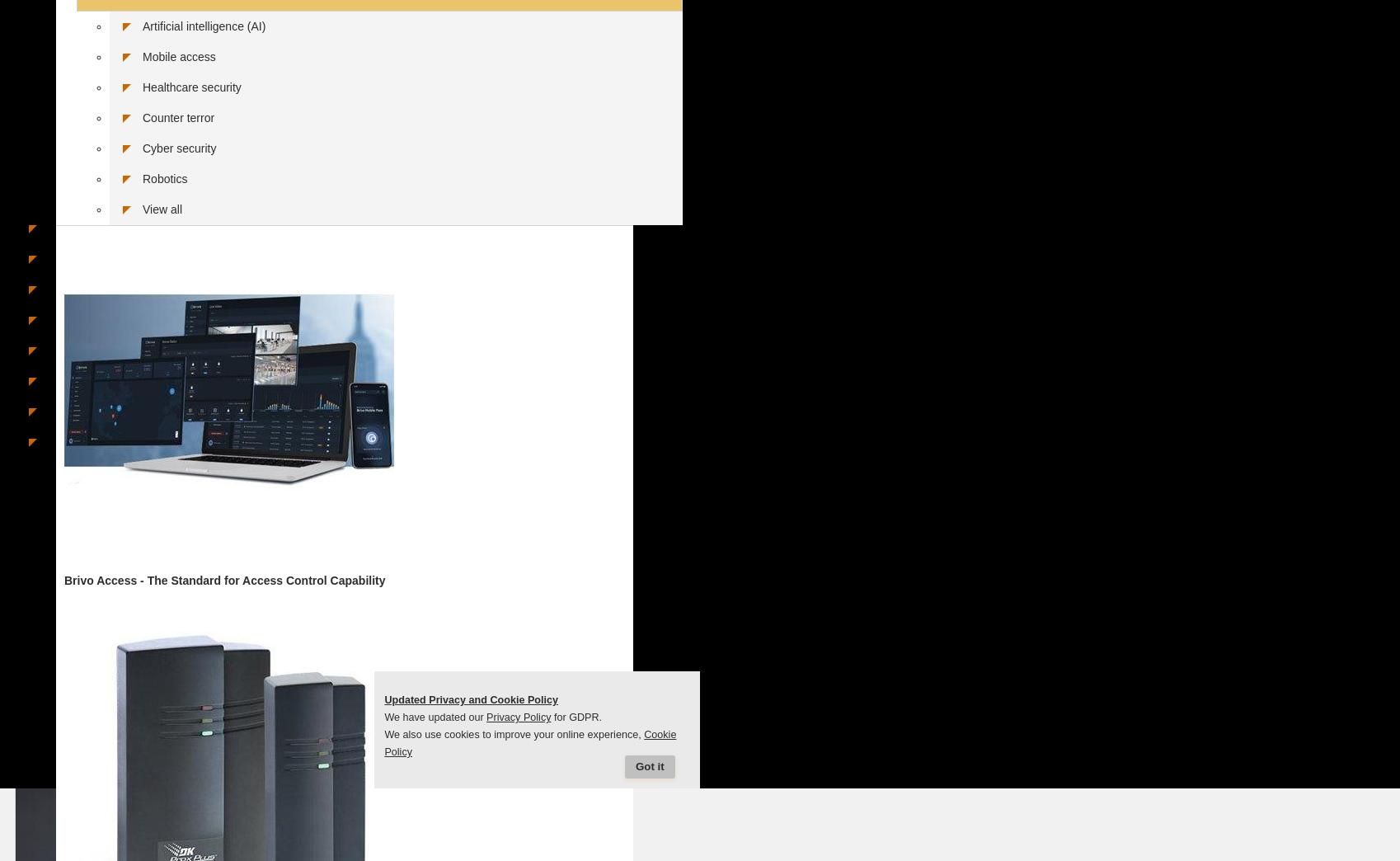 Image resolution: width=1400 pixels, height=861 pixels. Describe the element at coordinates (178, 115) in the screenshot. I see `'Counter terror'` at that location.